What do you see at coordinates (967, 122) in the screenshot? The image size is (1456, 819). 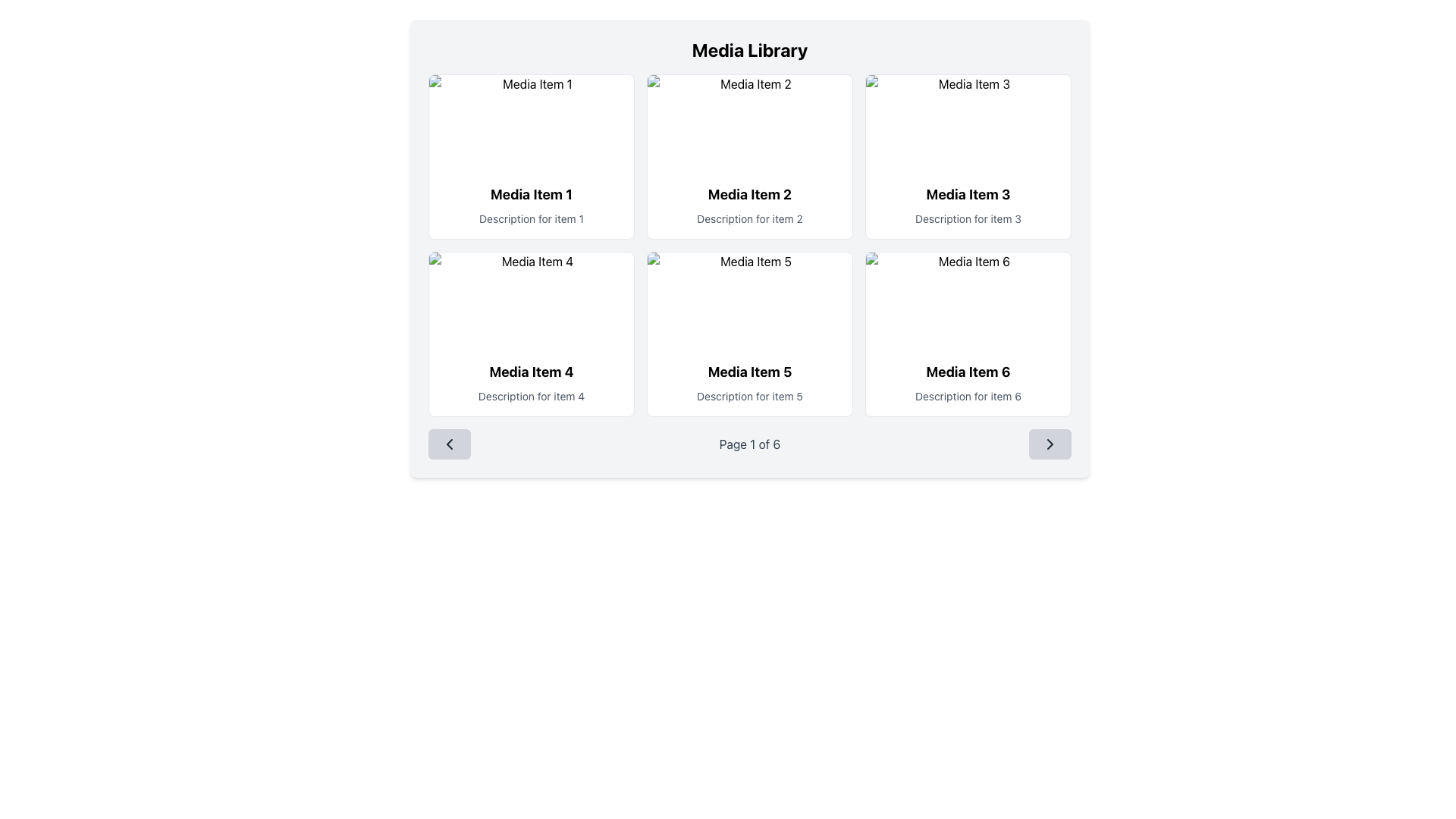 I see `the image placeholder displaying 'Item 3' in the media card for 'Media Item 3', positioned in the top-right section of the grid layout` at bounding box center [967, 122].